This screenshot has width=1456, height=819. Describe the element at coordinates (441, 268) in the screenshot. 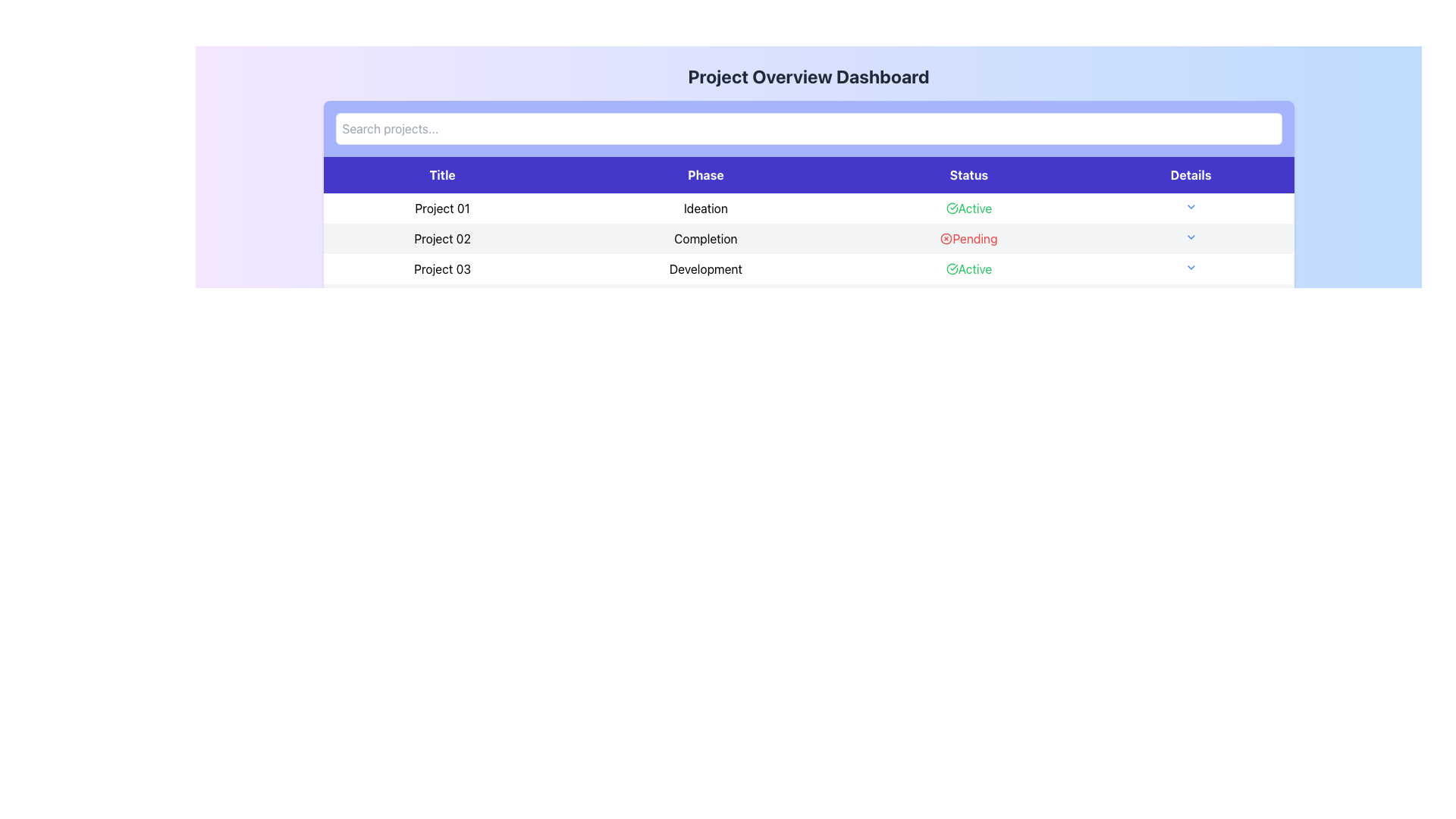

I see `the project title text label in the first column of the table` at that location.